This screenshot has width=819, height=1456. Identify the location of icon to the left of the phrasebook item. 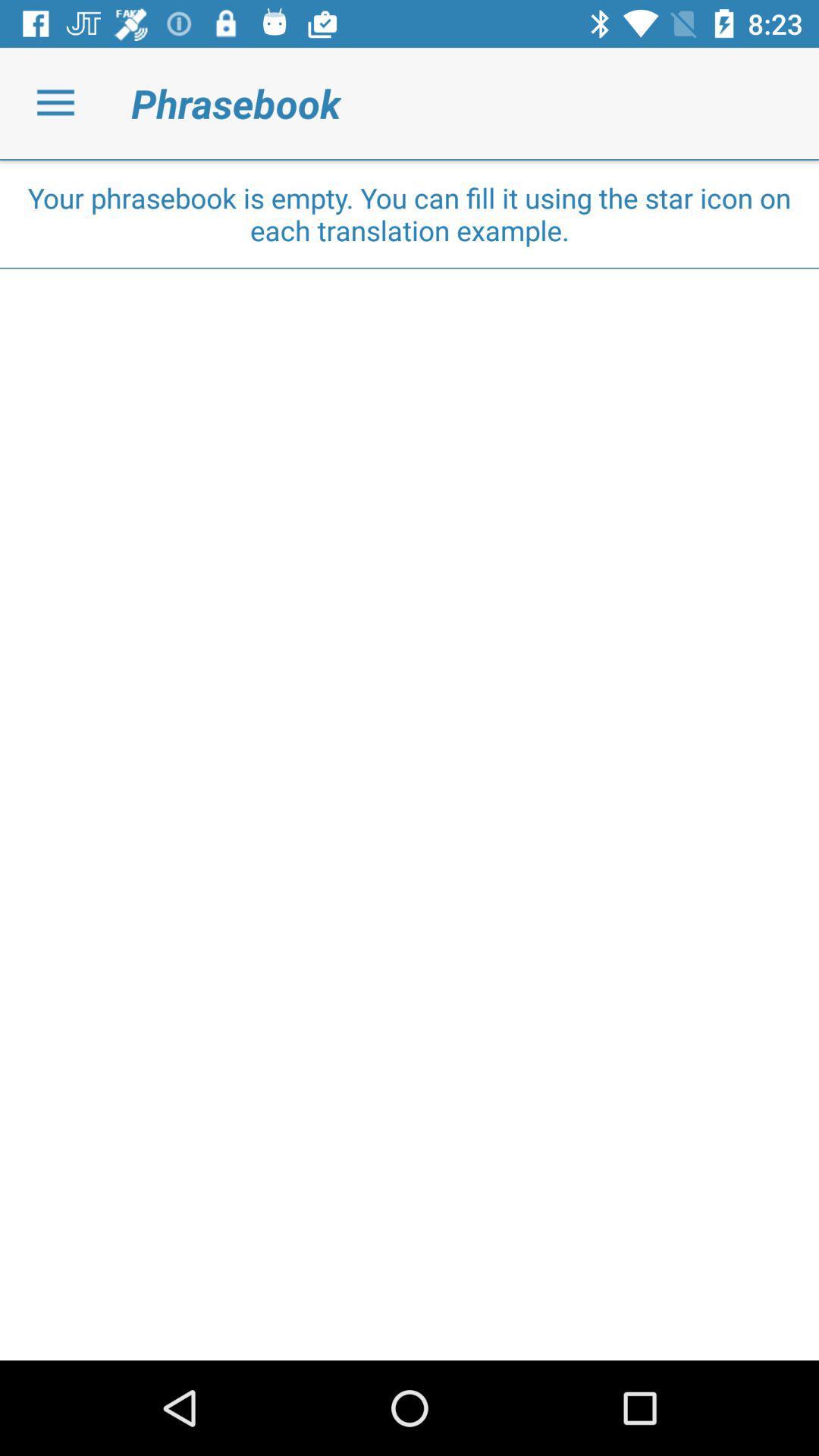
(55, 102).